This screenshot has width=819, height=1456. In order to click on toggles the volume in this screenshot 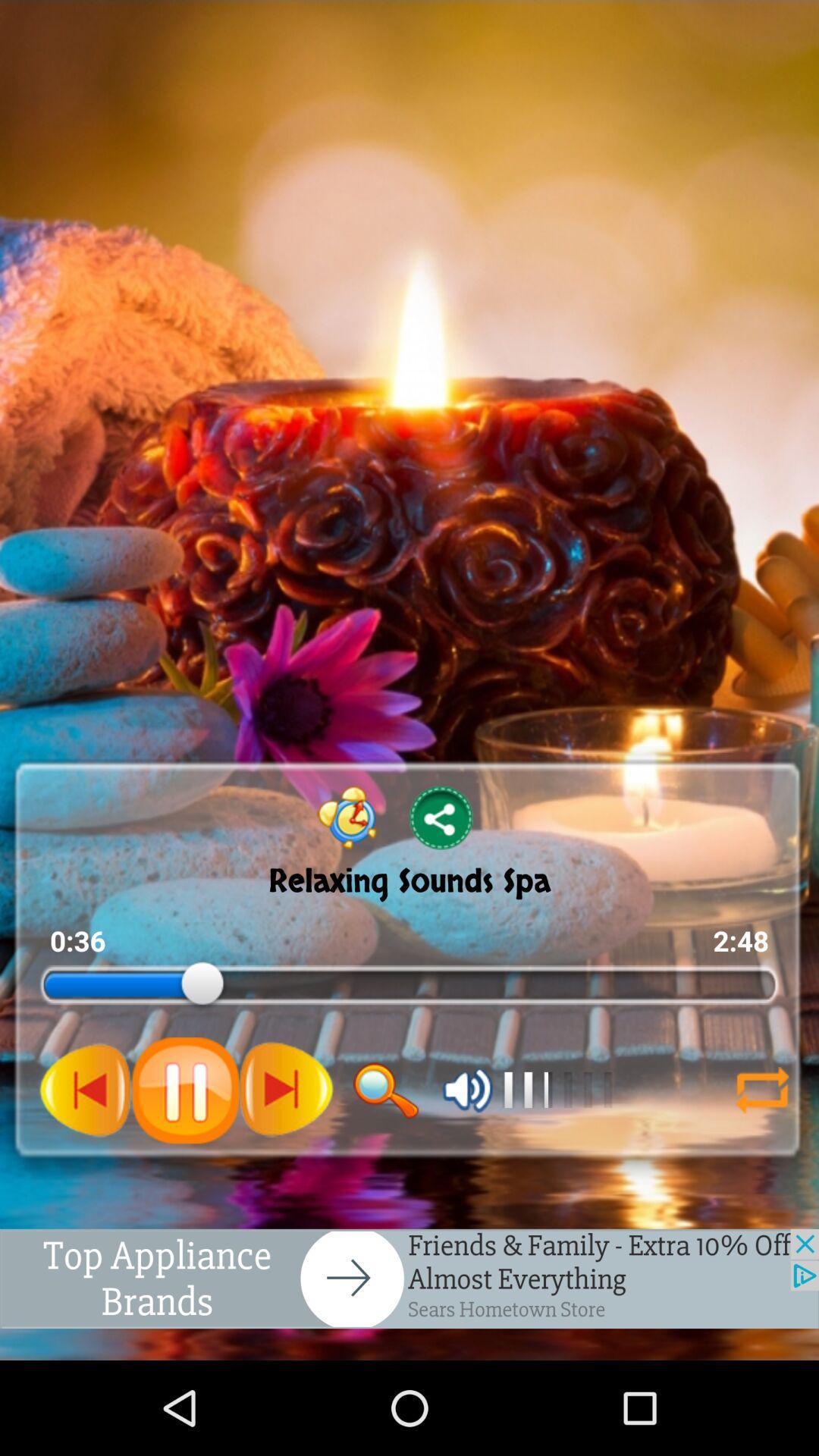, I will do `click(467, 1089)`.